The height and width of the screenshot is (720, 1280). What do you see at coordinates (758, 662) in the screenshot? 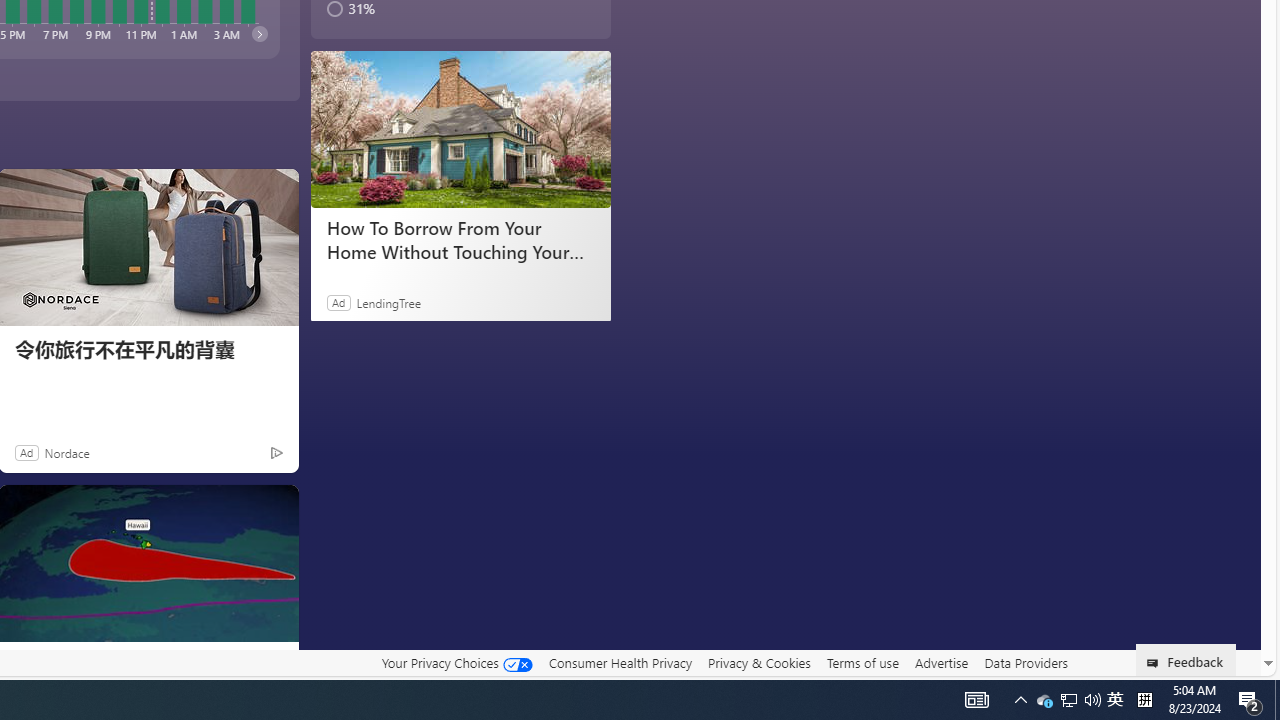
I see `'Privacy & Cookies'` at bounding box center [758, 662].